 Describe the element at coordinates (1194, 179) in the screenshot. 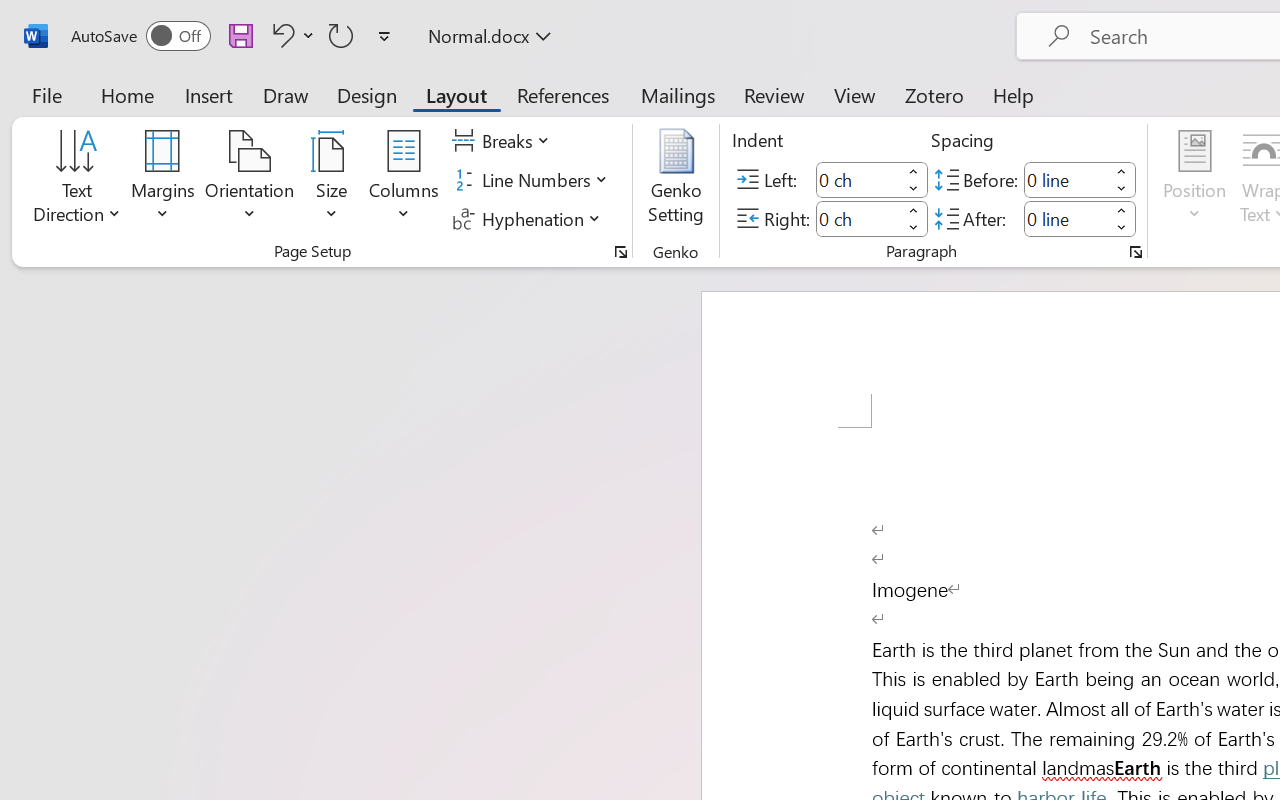

I see `'Position'` at that location.